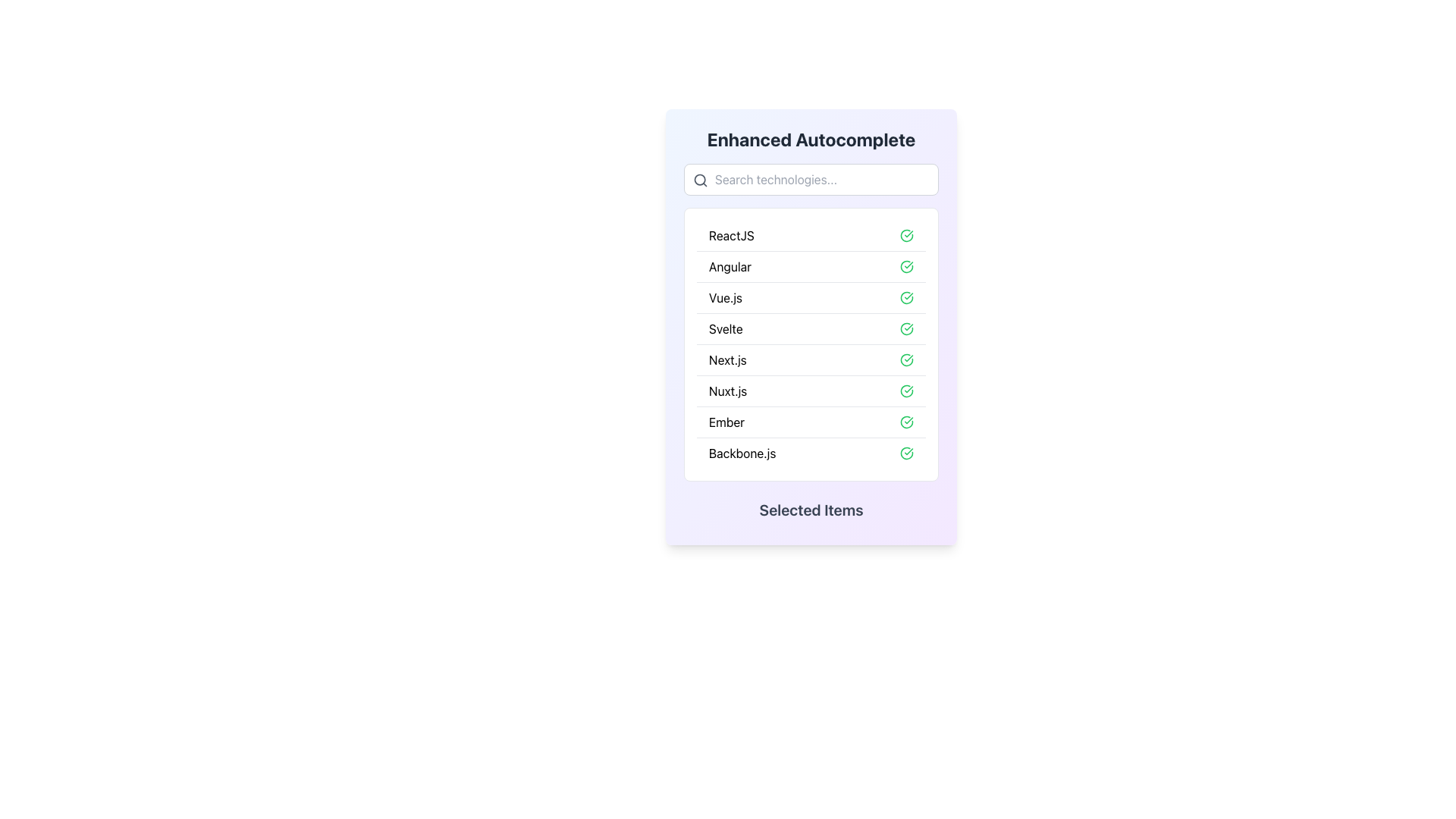 The width and height of the screenshot is (1456, 819). What do you see at coordinates (700, 180) in the screenshot?
I see `the search icon located at the top-left corner of the input box that prompts for search queries` at bounding box center [700, 180].